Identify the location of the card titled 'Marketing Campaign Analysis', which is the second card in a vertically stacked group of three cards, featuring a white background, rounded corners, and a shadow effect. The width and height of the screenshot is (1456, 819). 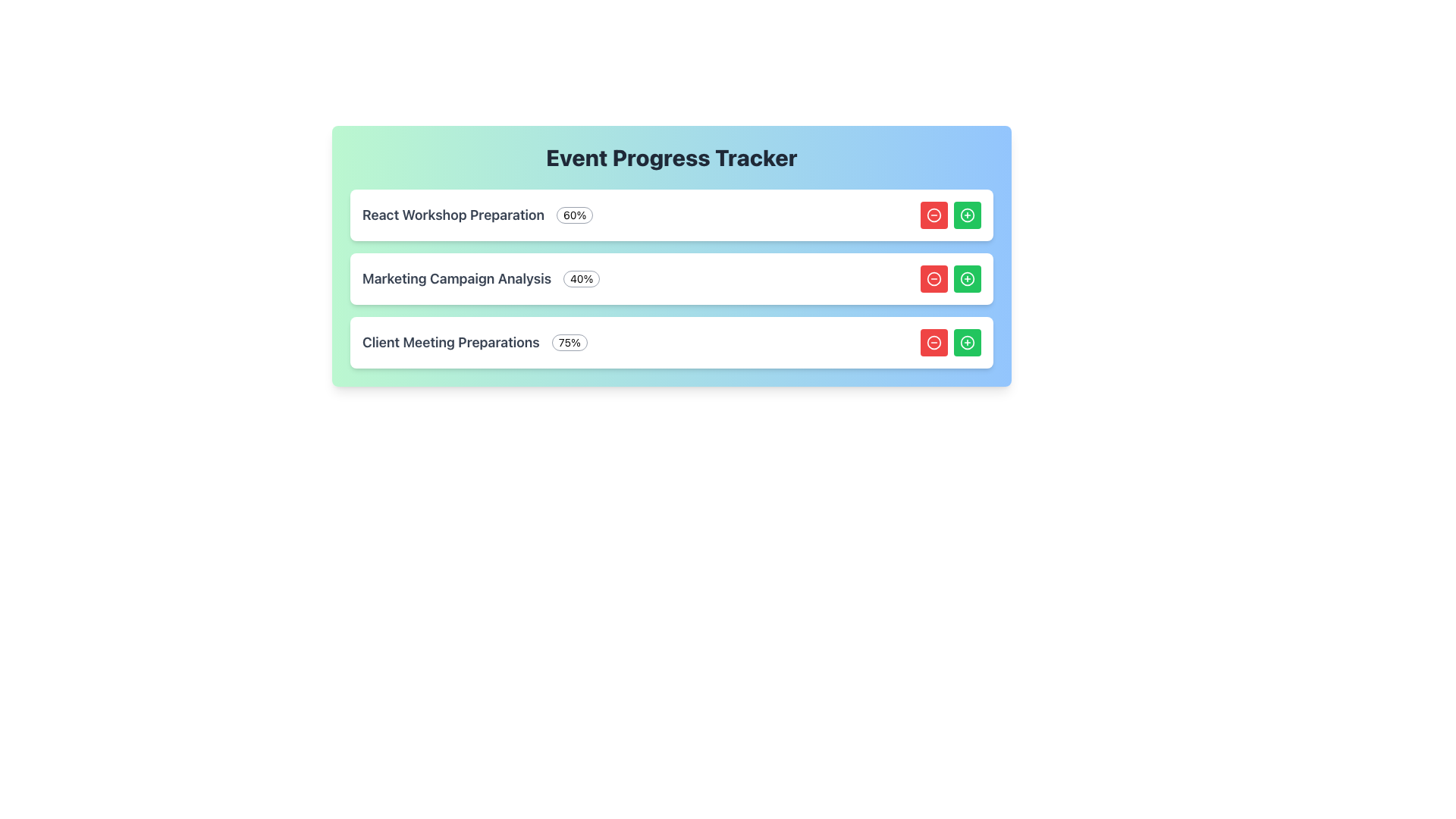
(671, 278).